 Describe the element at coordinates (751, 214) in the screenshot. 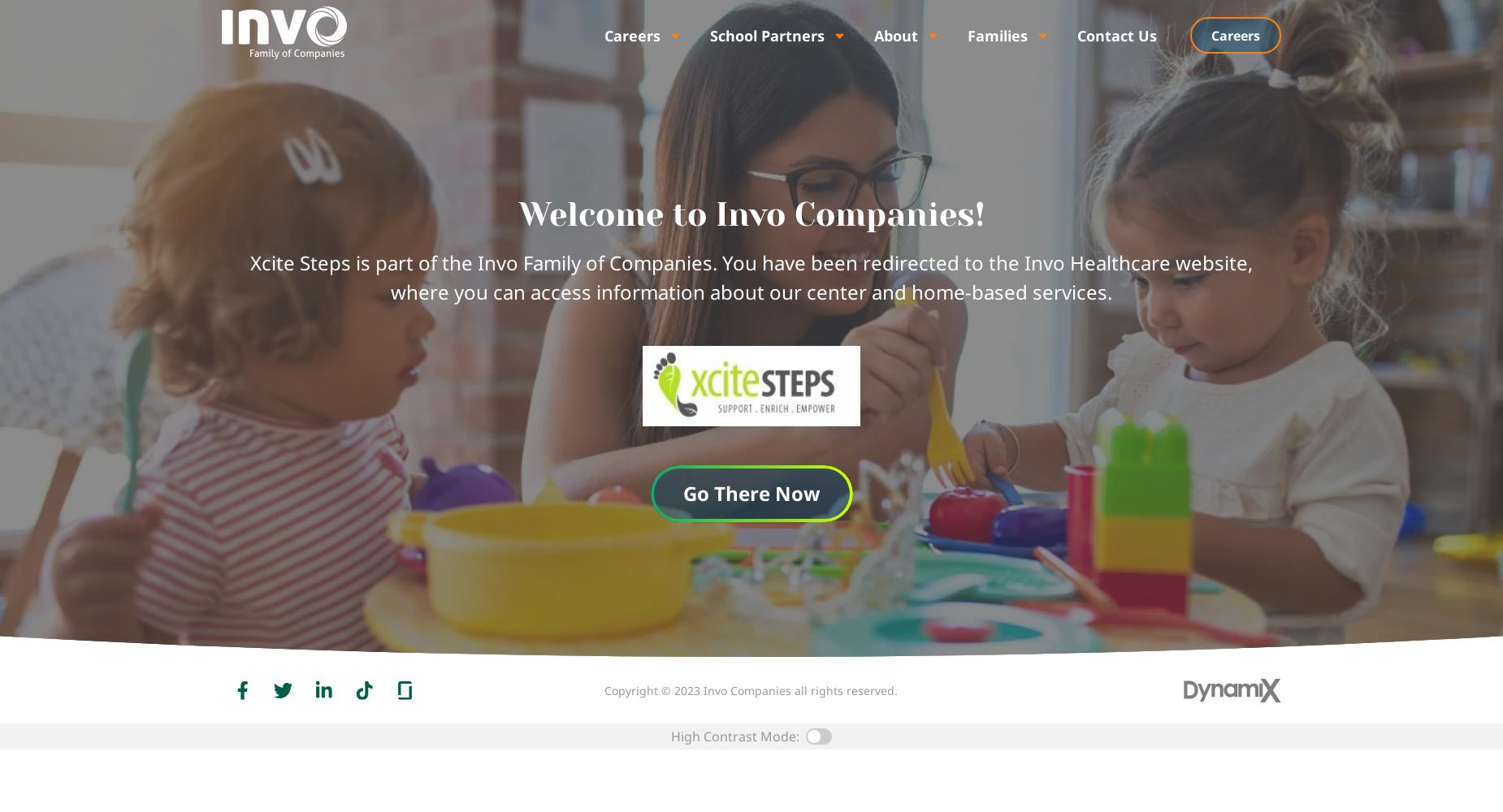

I see `'Welcome to Invo Companies!'` at that location.